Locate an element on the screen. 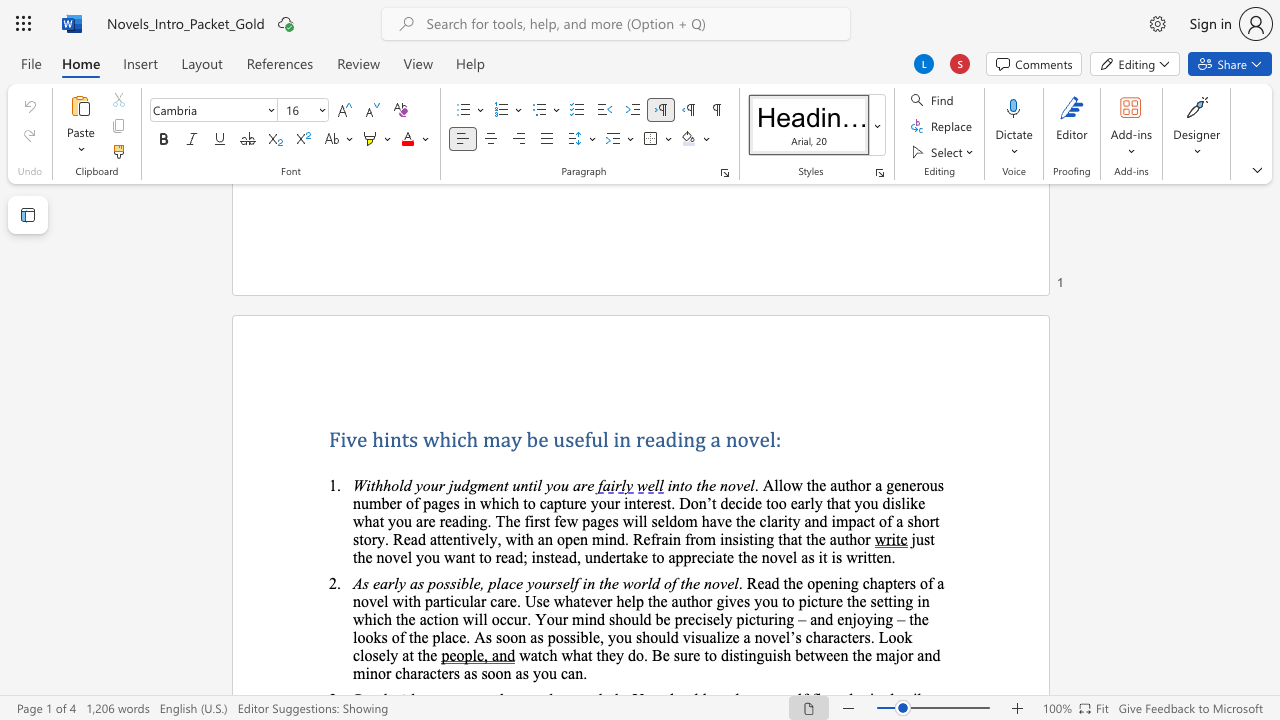 Image resolution: width=1280 pixels, height=720 pixels. the 1th character "d" in the text is located at coordinates (406, 485).